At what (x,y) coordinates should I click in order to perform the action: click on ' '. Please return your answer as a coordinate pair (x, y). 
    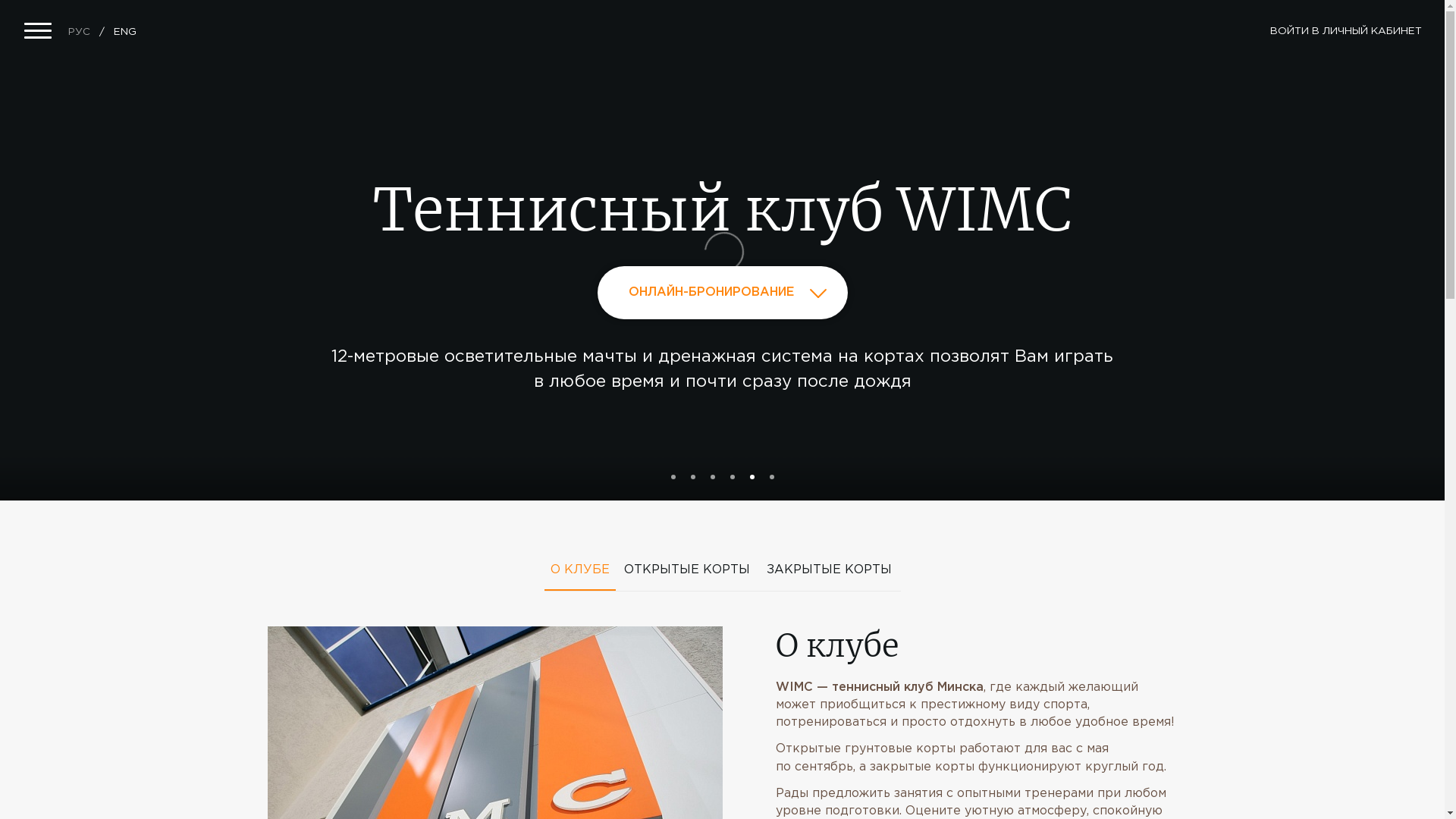
    Looking at the image, I should click on (266, 506).